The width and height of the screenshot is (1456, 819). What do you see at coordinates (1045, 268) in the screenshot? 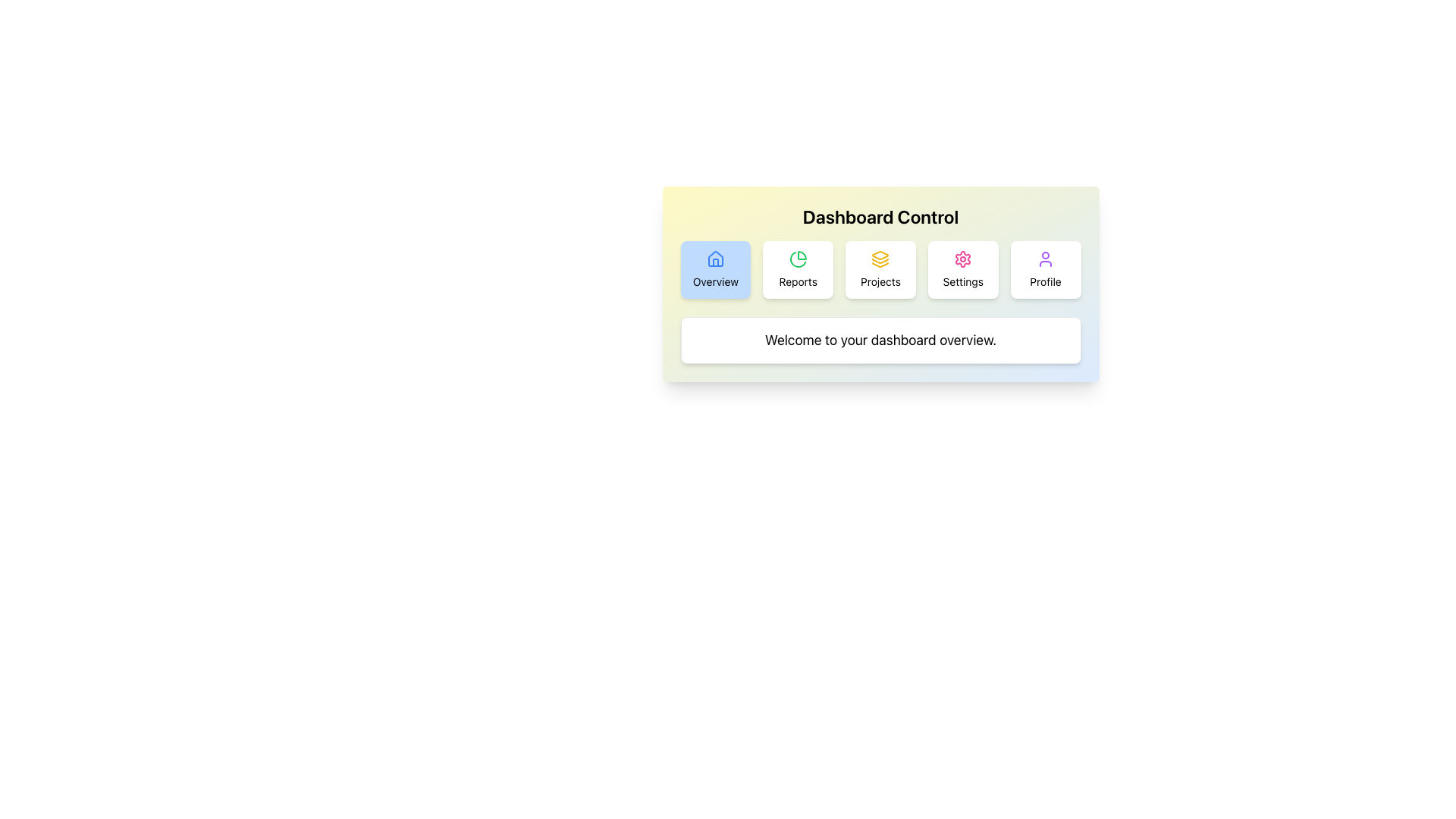
I see `the 'Profile' button in the Dashboard Control section for keyboard navigation` at bounding box center [1045, 268].